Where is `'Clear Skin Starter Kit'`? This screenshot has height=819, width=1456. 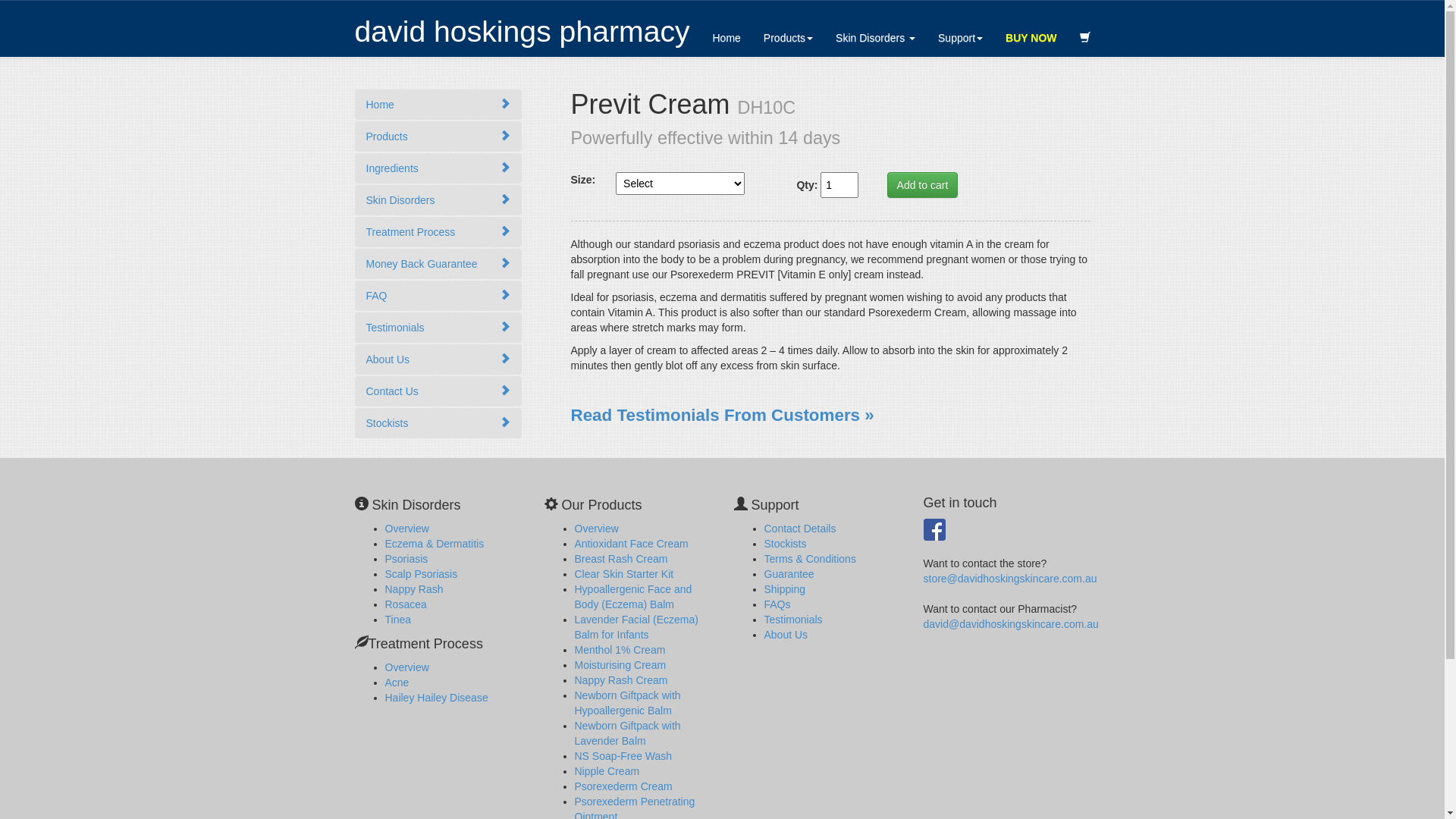 'Clear Skin Starter Kit' is located at coordinates (624, 573).